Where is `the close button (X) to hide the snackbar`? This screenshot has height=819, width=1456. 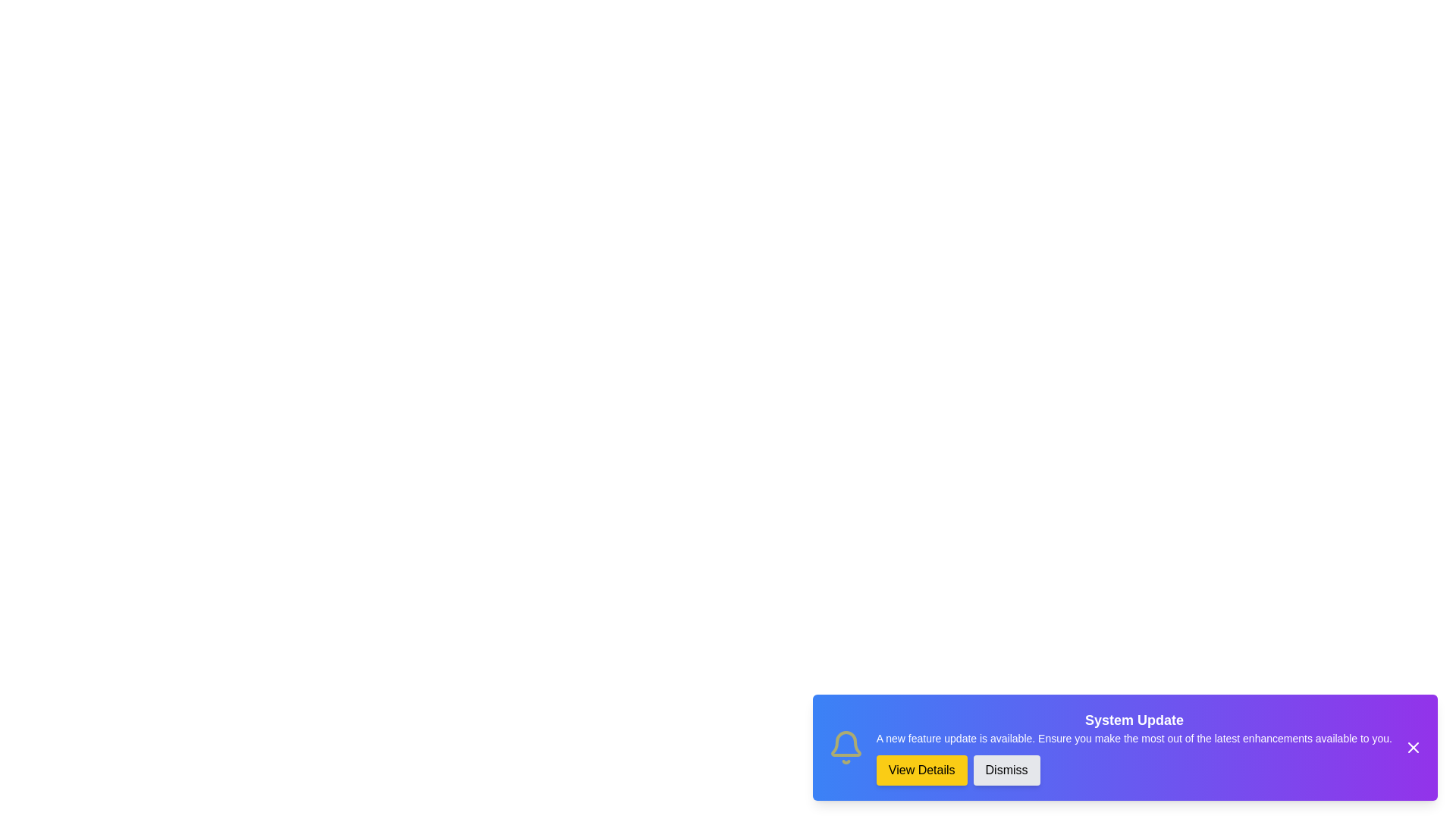
the close button (X) to hide the snackbar is located at coordinates (1412, 747).